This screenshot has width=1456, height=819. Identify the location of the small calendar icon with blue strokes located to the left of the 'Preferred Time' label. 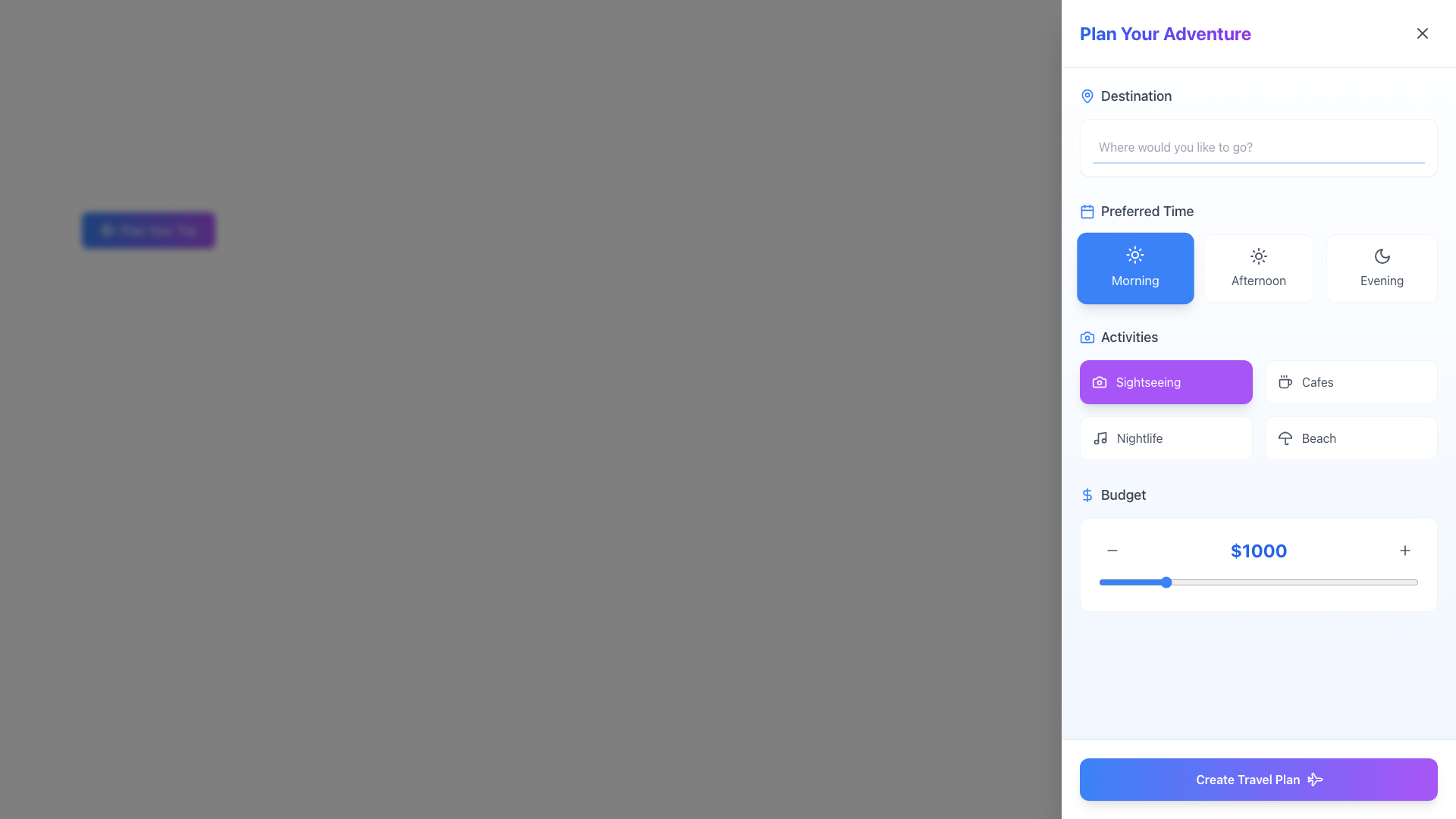
(1087, 211).